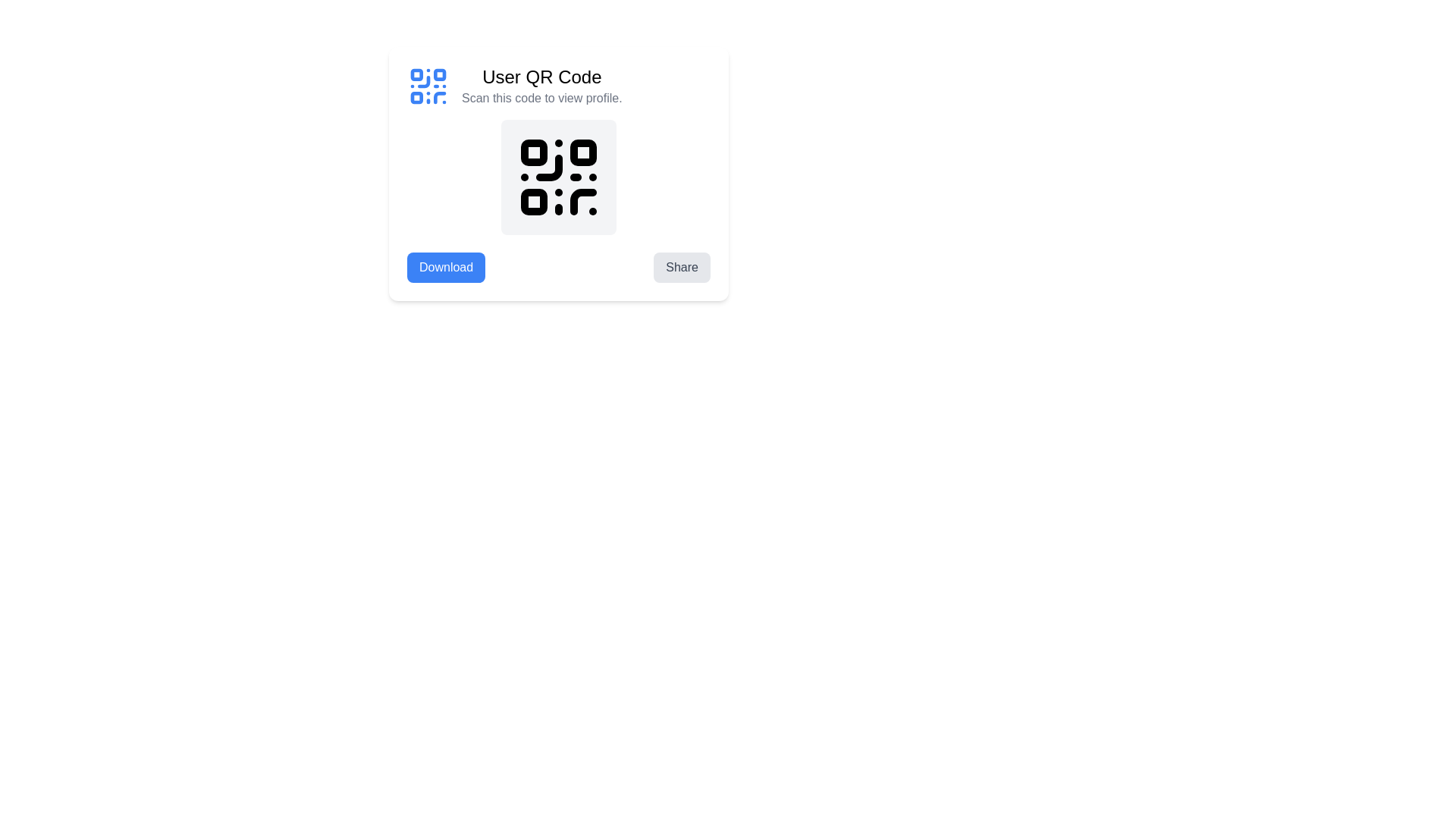  Describe the element at coordinates (416, 98) in the screenshot. I see `the small blue square with rounded corners located in the bottom-left corner of the QR code representation` at that location.